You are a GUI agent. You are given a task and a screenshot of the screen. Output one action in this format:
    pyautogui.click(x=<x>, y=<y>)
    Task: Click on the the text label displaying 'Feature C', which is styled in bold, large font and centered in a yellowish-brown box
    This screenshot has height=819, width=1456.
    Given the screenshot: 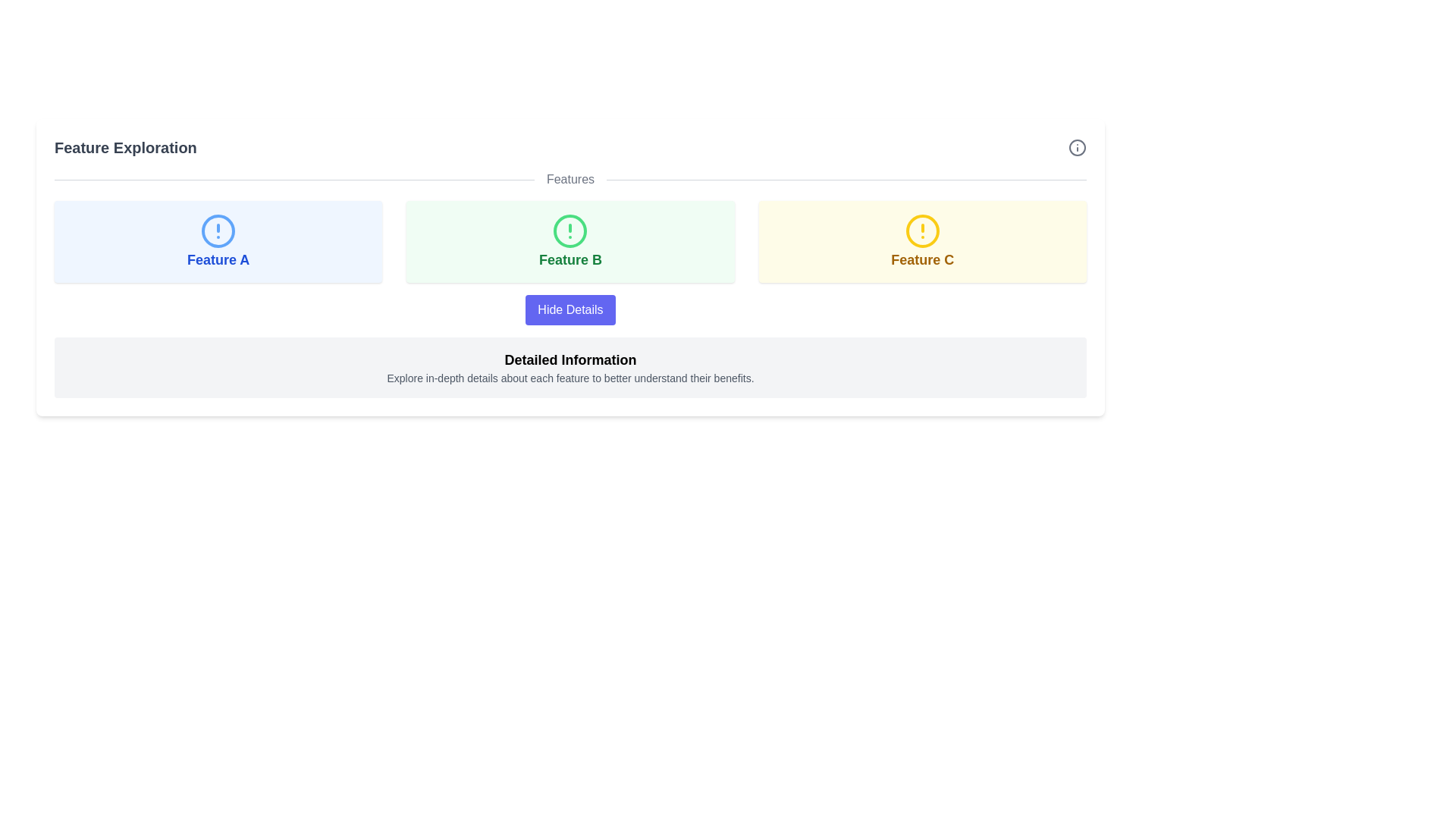 What is the action you would take?
    pyautogui.click(x=921, y=259)
    